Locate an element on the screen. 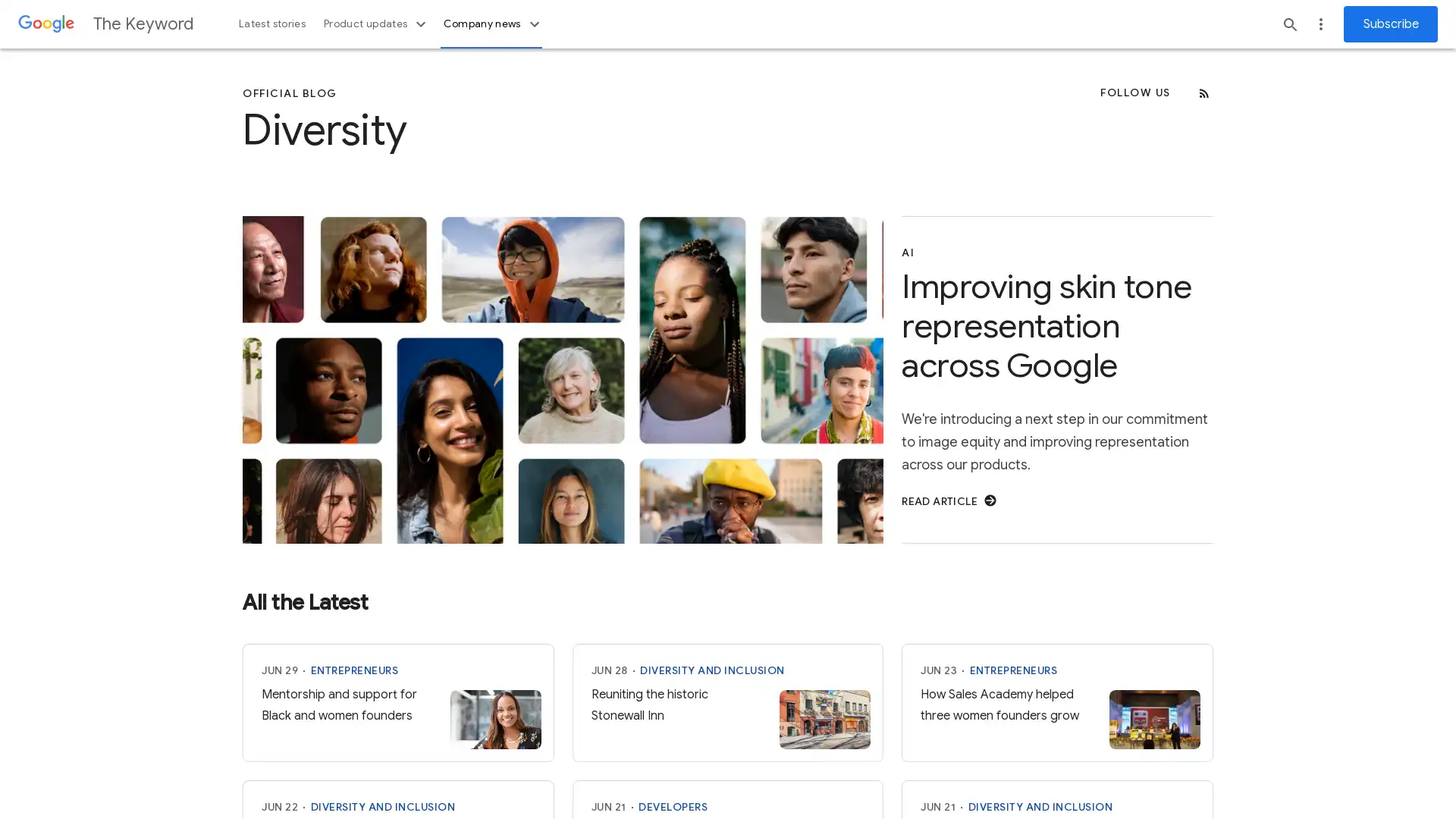 This screenshot has height=819, width=1456. Newsletter subscribe is located at coordinates (1390, 24).